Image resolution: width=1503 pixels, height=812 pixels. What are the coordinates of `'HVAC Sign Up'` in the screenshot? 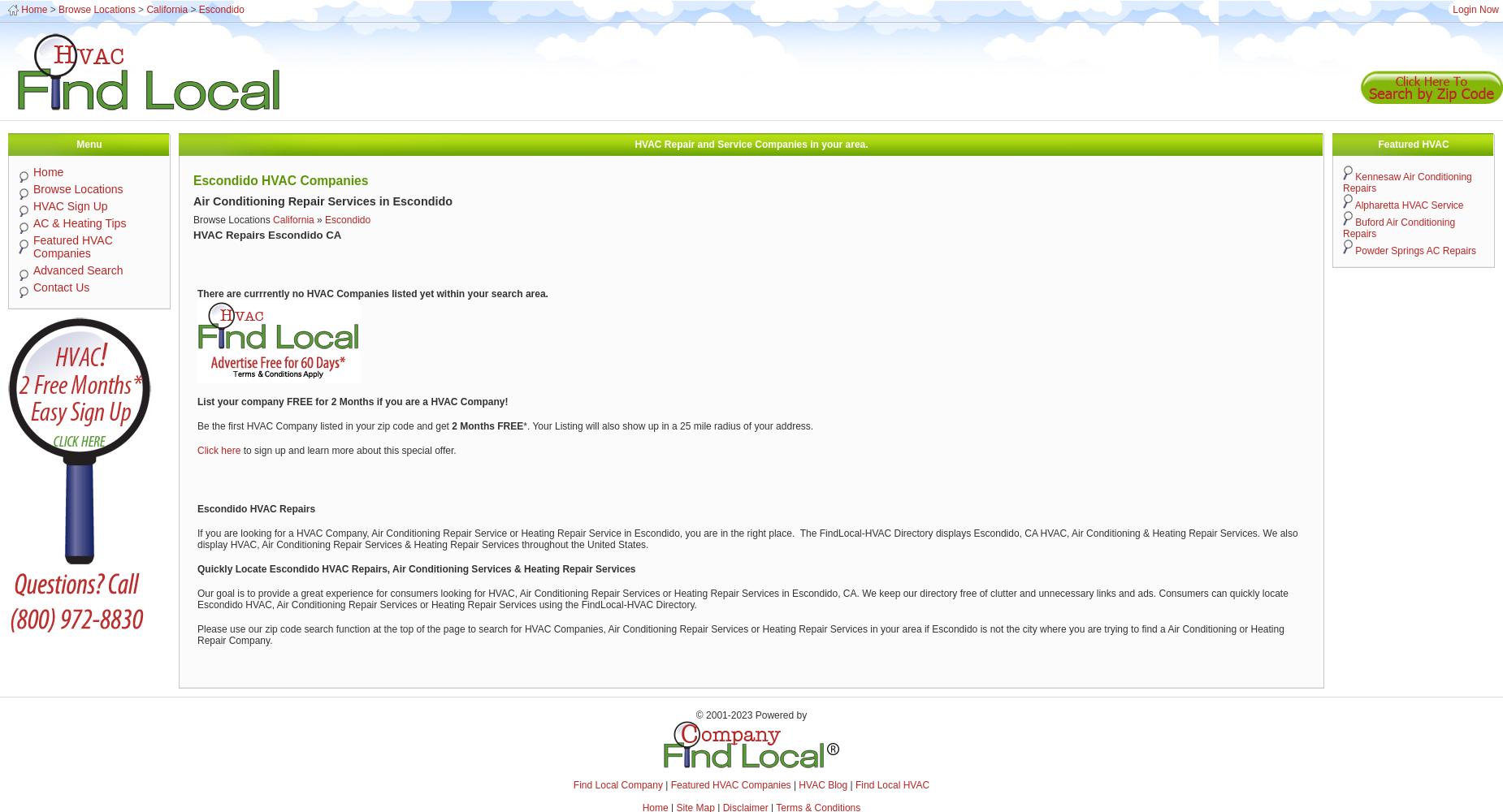 It's located at (69, 206).